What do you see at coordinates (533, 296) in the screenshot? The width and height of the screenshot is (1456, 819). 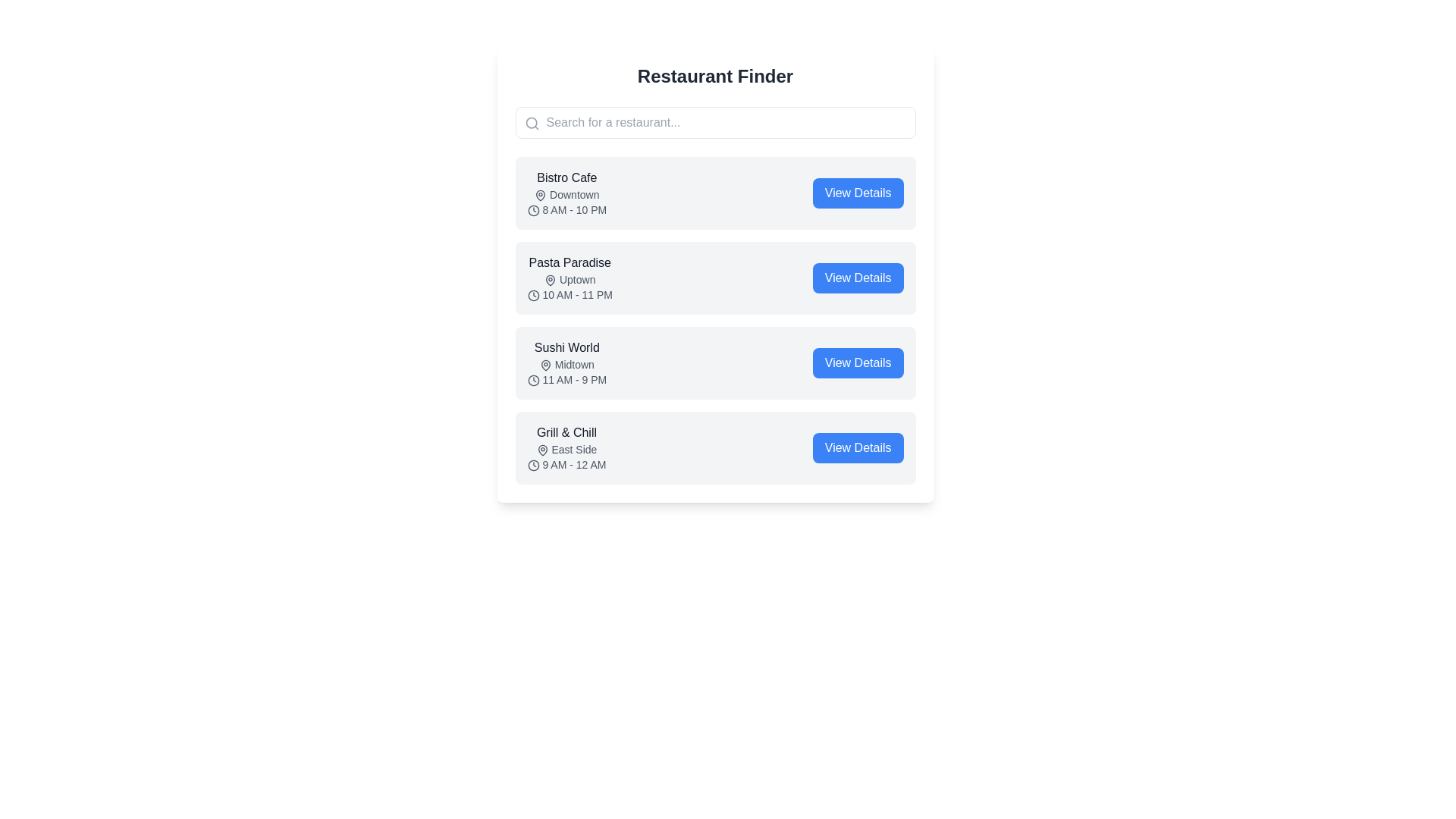 I see `the graphical decoration in the clock icon associated with the 'Pasta Paradise' entry in the restaurant list, located in the second row, which symbolizes time-related information` at bounding box center [533, 296].